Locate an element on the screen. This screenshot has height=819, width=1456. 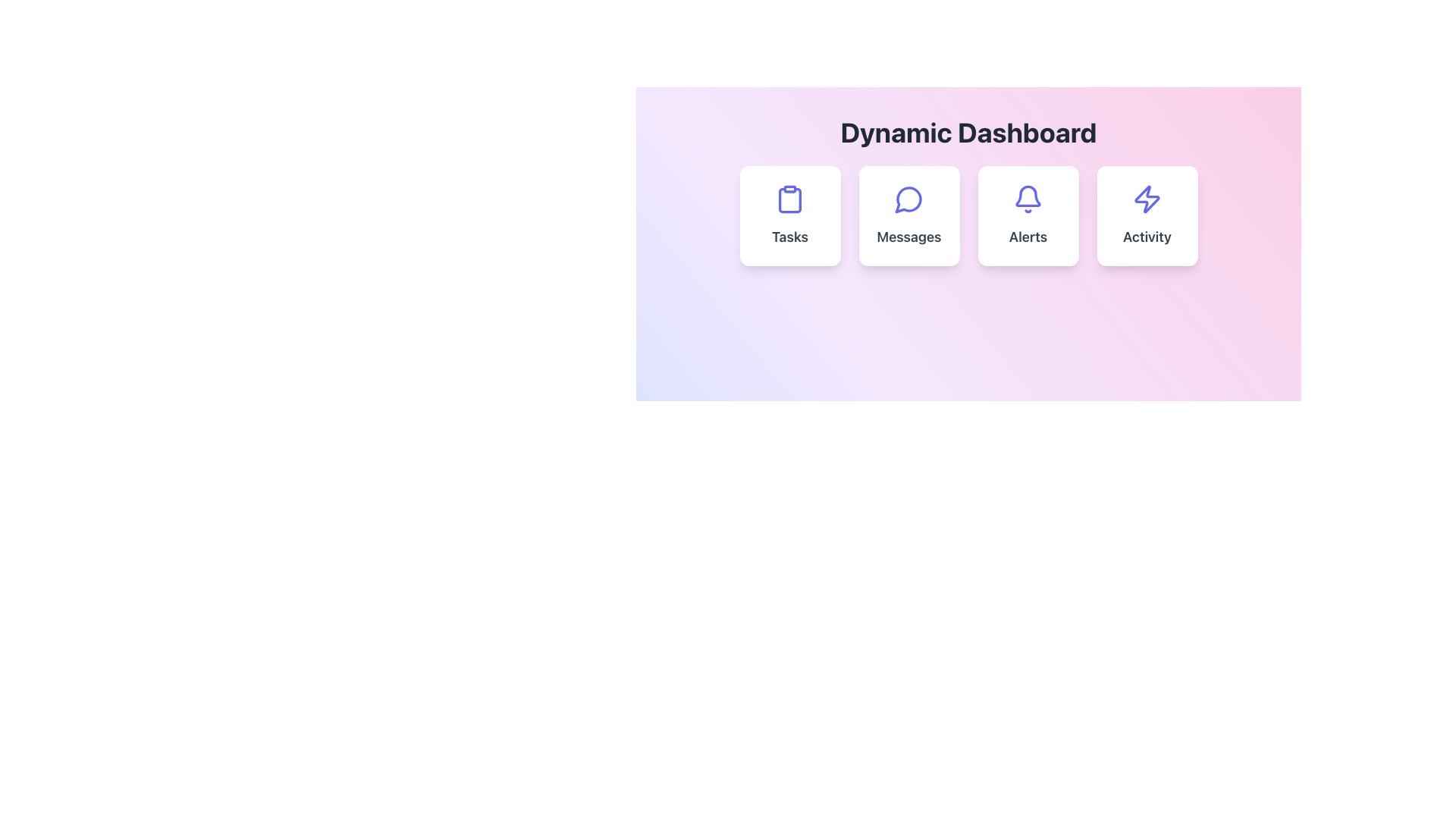
the lightning bolt icon representing 'Activity' located on the rightmost side of the row of cards, below 'Dynamic Dashboard' is located at coordinates (1147, 198).